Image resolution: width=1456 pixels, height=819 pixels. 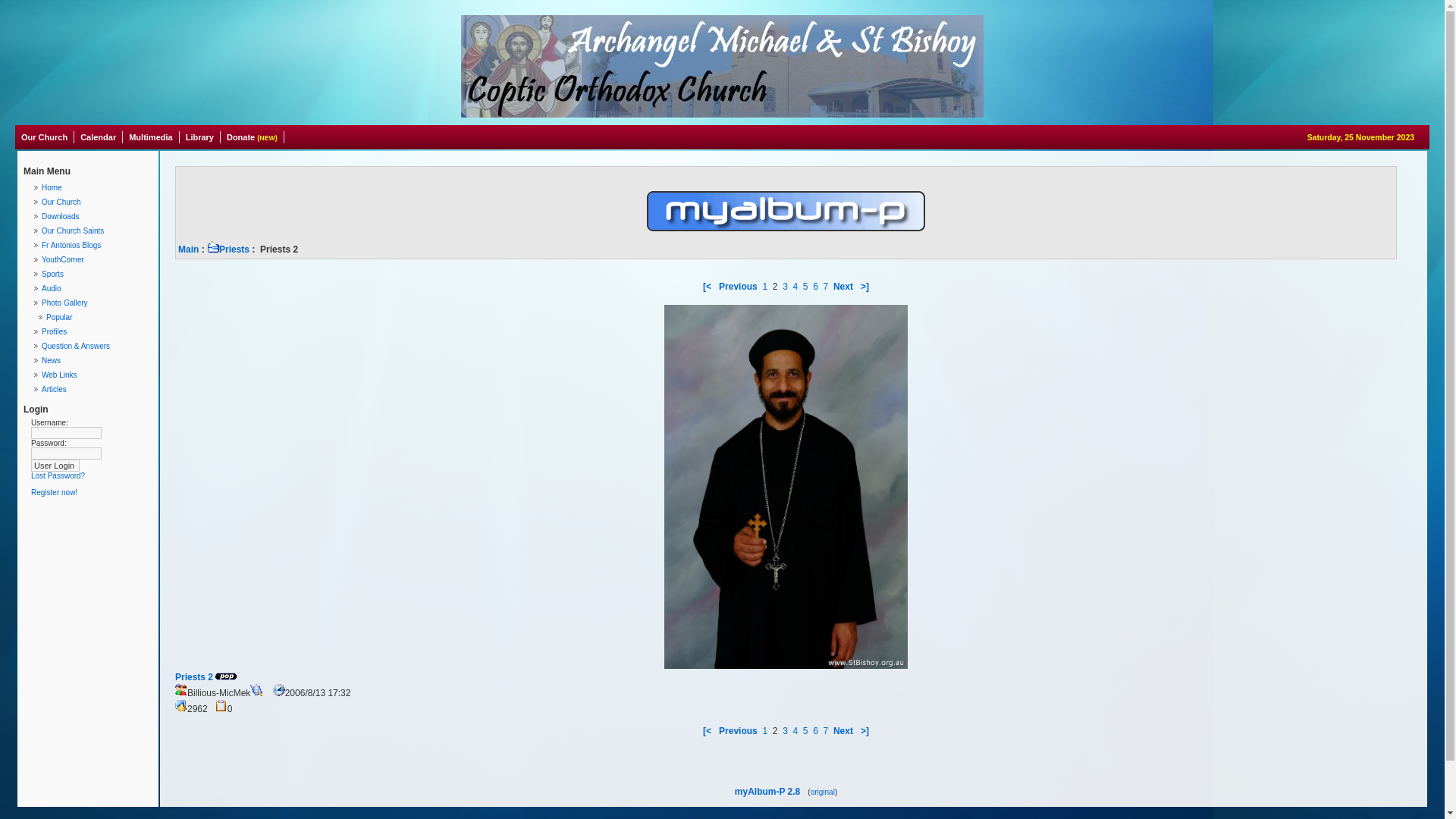 I want to click on 'Register now!', so click(x=54, y=492).